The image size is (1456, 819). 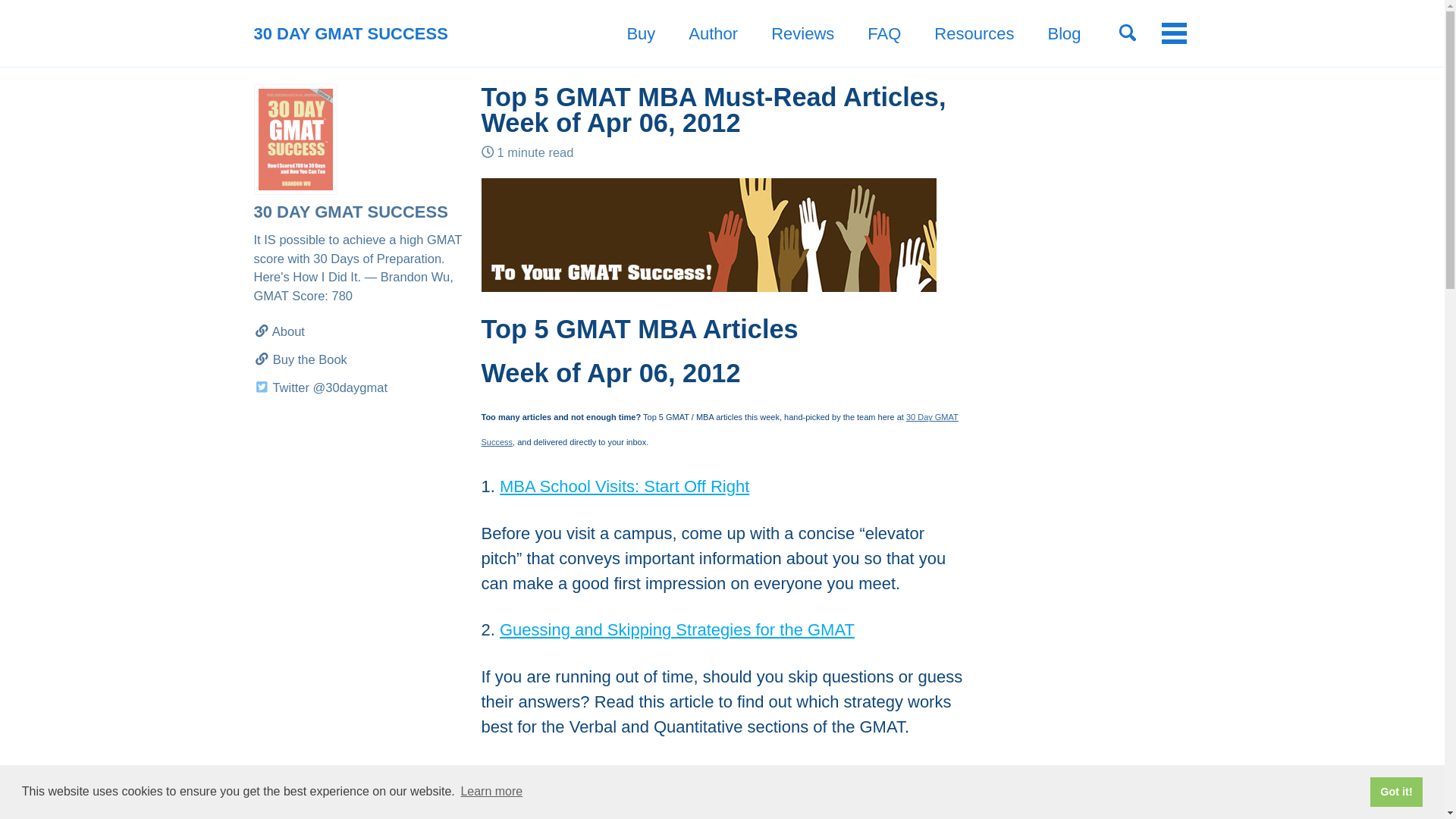 What do you see at coordinates (712, 33) in the screenshot?
I see `'Author'` at bounding box center [712, 33].